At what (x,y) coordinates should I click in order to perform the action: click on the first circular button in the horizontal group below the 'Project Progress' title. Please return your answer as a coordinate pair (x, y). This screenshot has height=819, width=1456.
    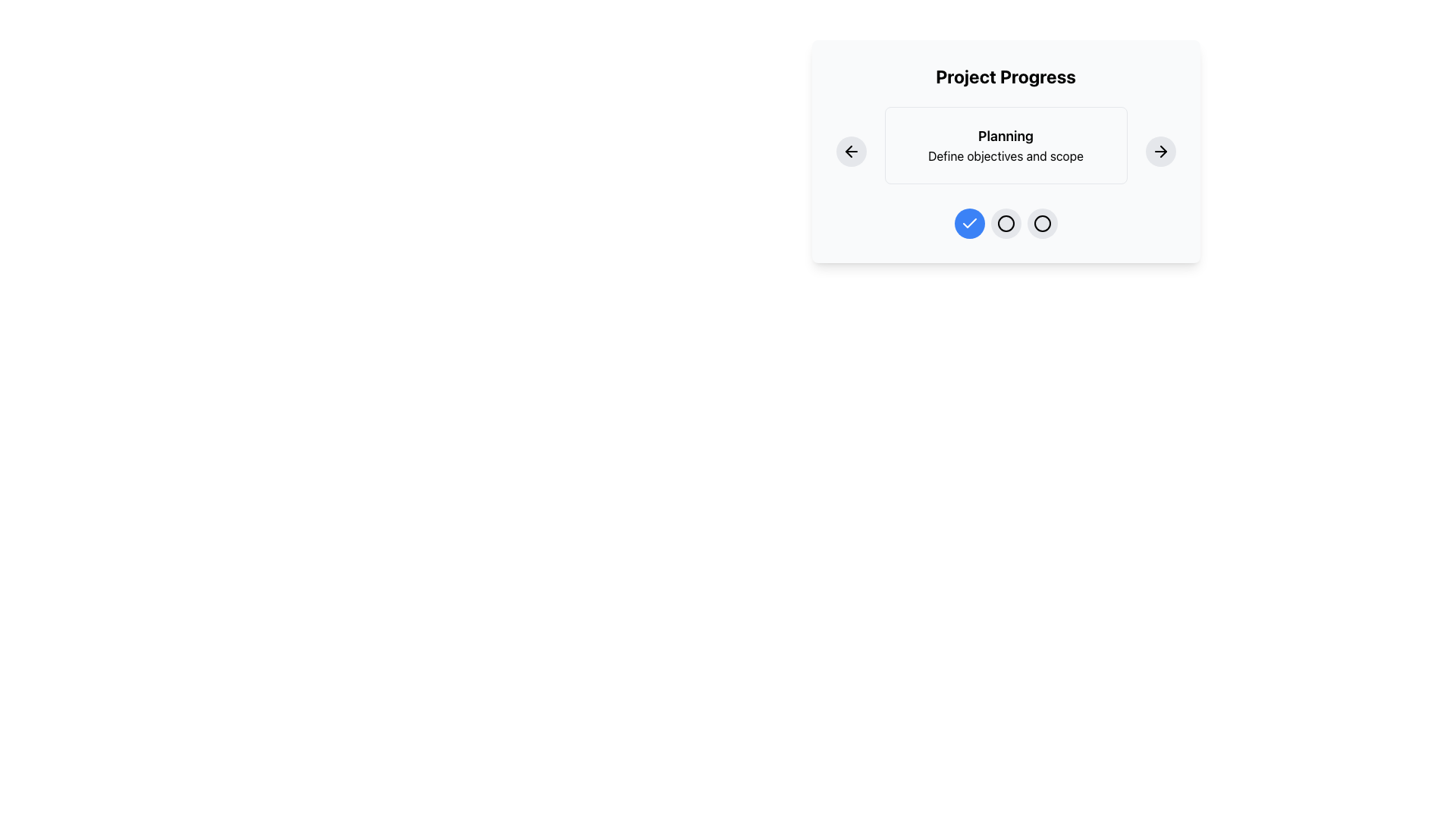
    Looking at the image, I should click on (968, 223).